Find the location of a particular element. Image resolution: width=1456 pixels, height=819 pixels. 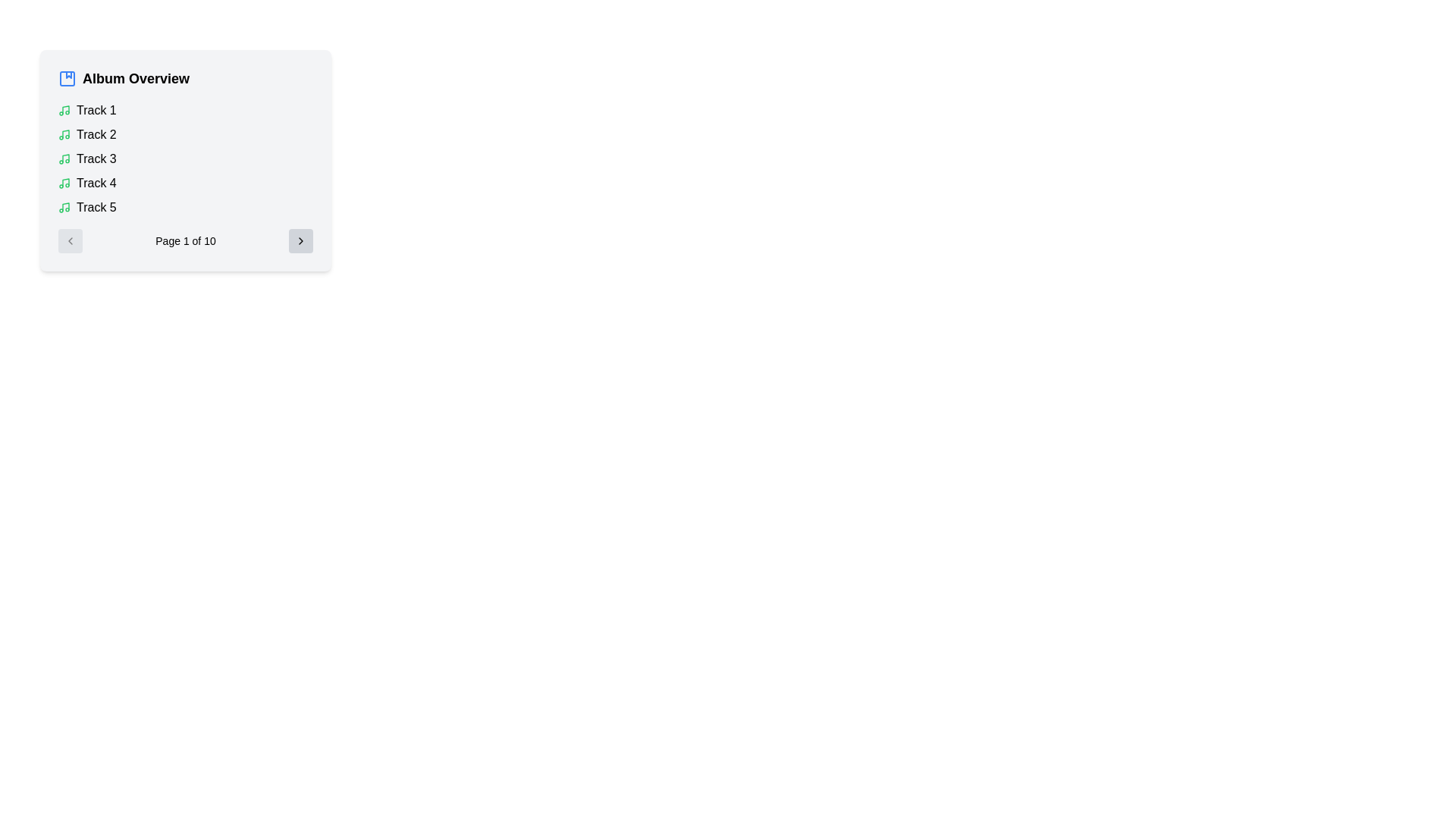

the third list item representing a track in the 'Album Overview' is located at coordinates (184, 158).